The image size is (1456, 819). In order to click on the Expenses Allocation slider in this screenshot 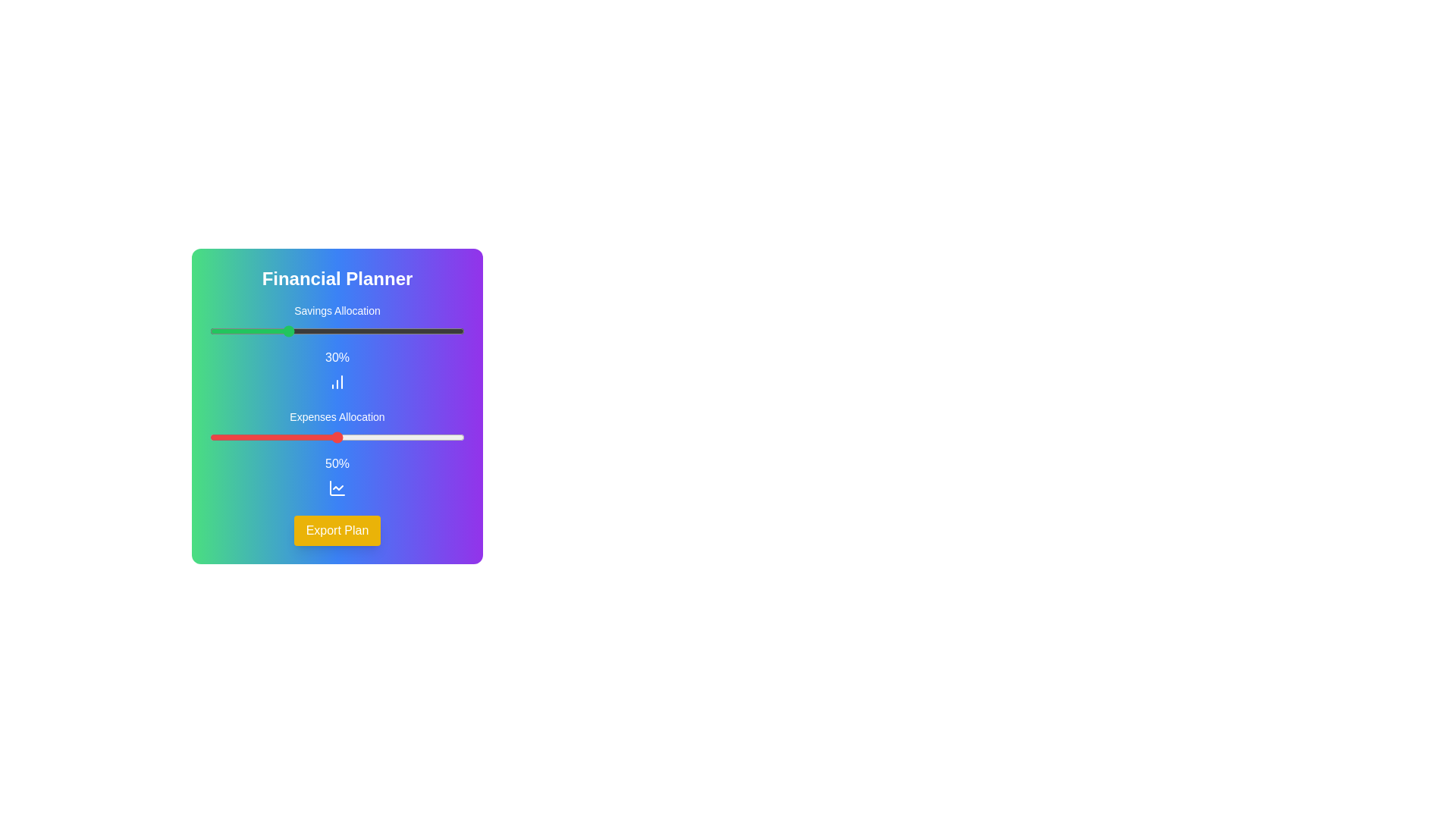, I will do `click(349, 438)`.